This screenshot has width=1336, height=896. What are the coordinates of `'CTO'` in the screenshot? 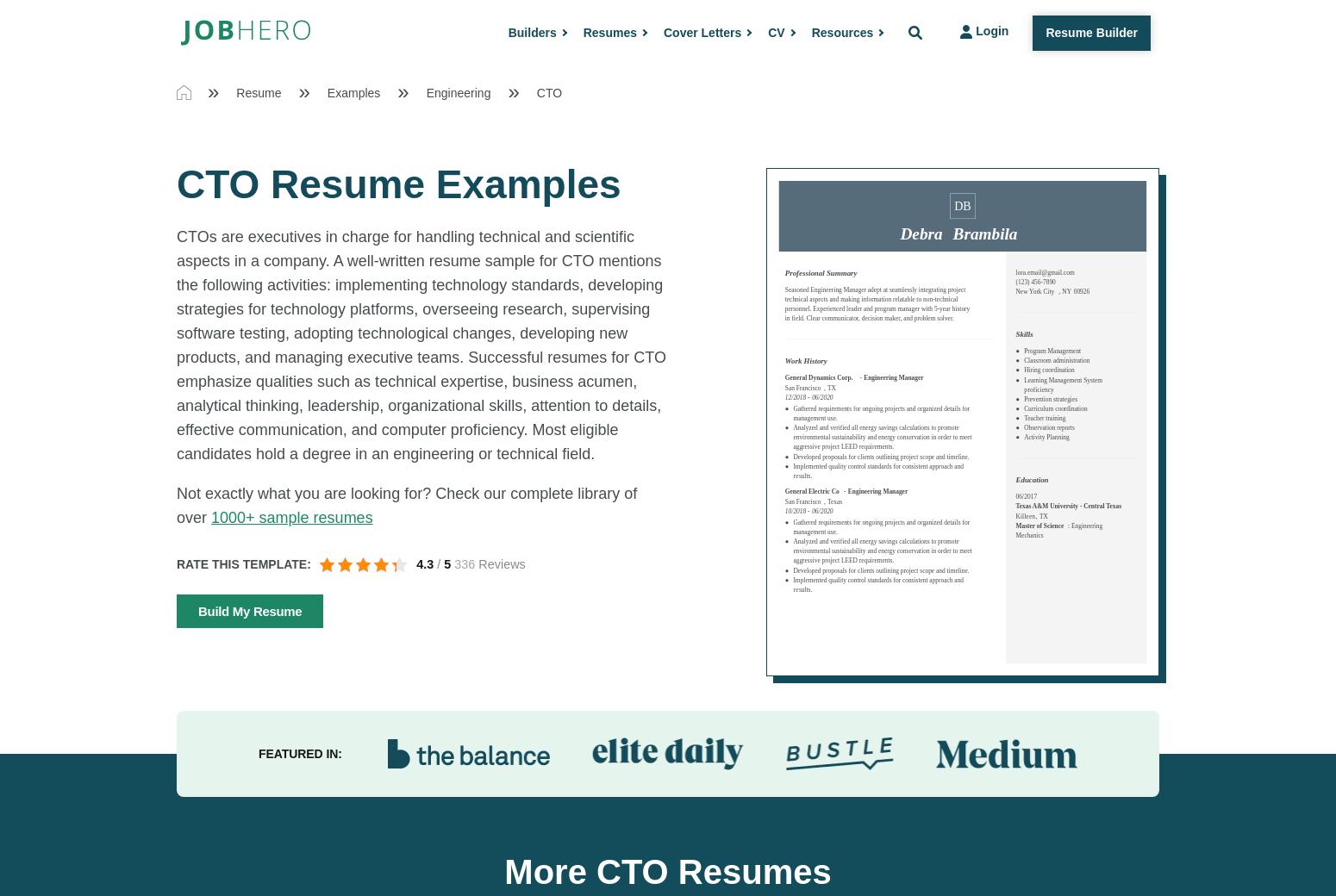 It's located at (548, 91).